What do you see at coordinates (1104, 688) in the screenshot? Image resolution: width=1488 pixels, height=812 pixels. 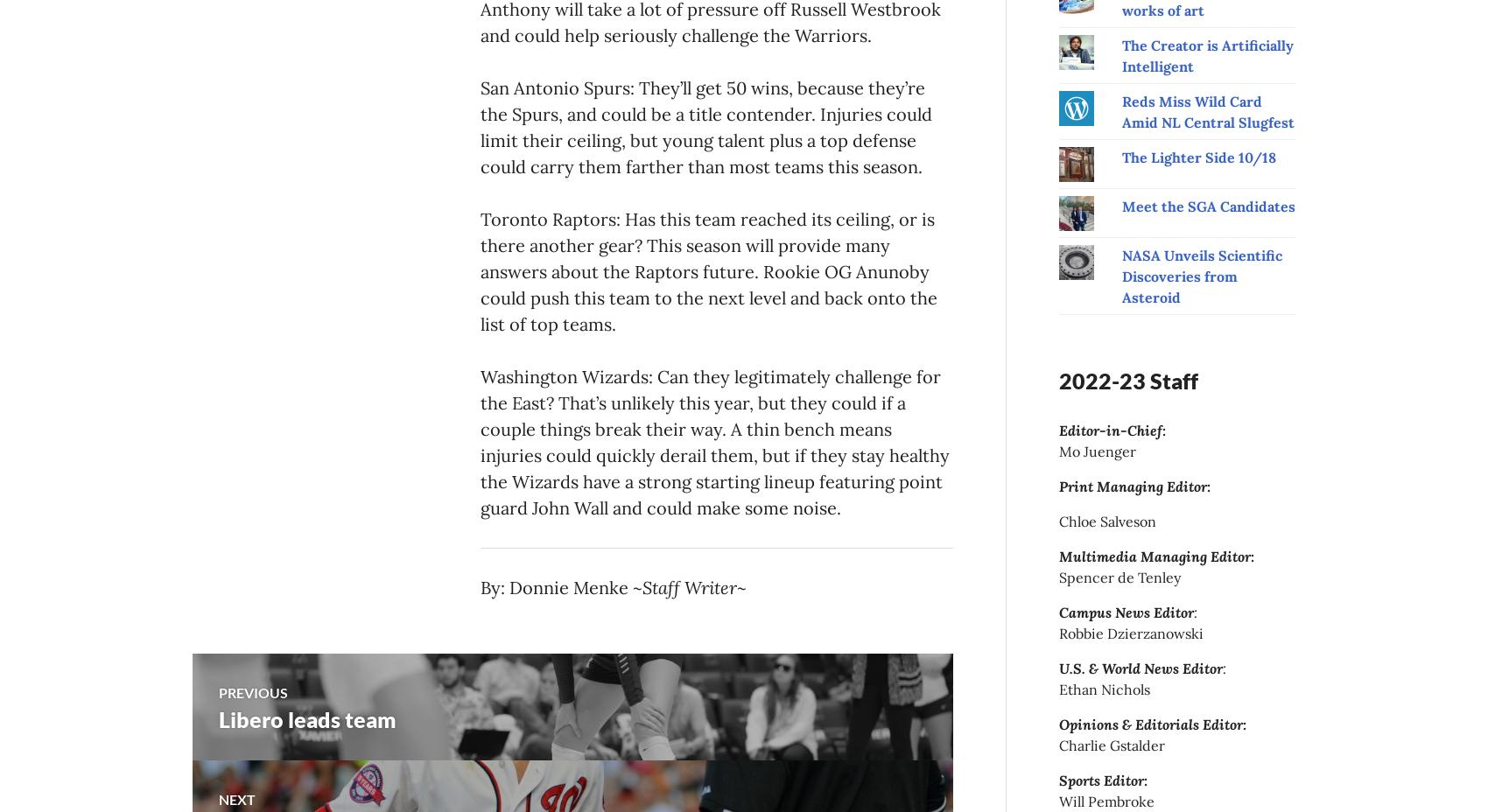 I see `'Ethan Nichols'` at bounding box center [1104, 688].